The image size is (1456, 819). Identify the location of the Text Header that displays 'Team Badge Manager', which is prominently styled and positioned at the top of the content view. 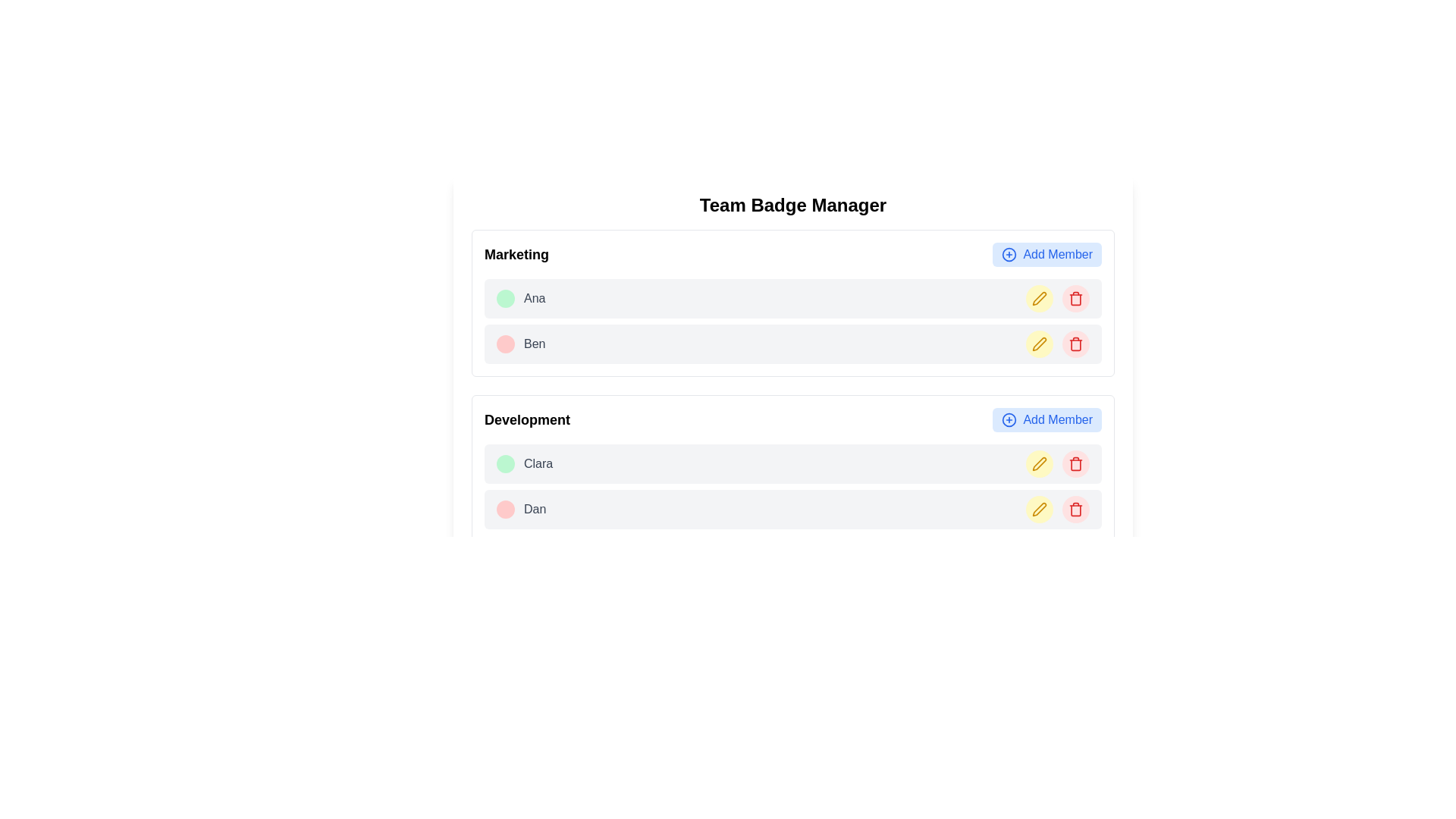
(792, 205).